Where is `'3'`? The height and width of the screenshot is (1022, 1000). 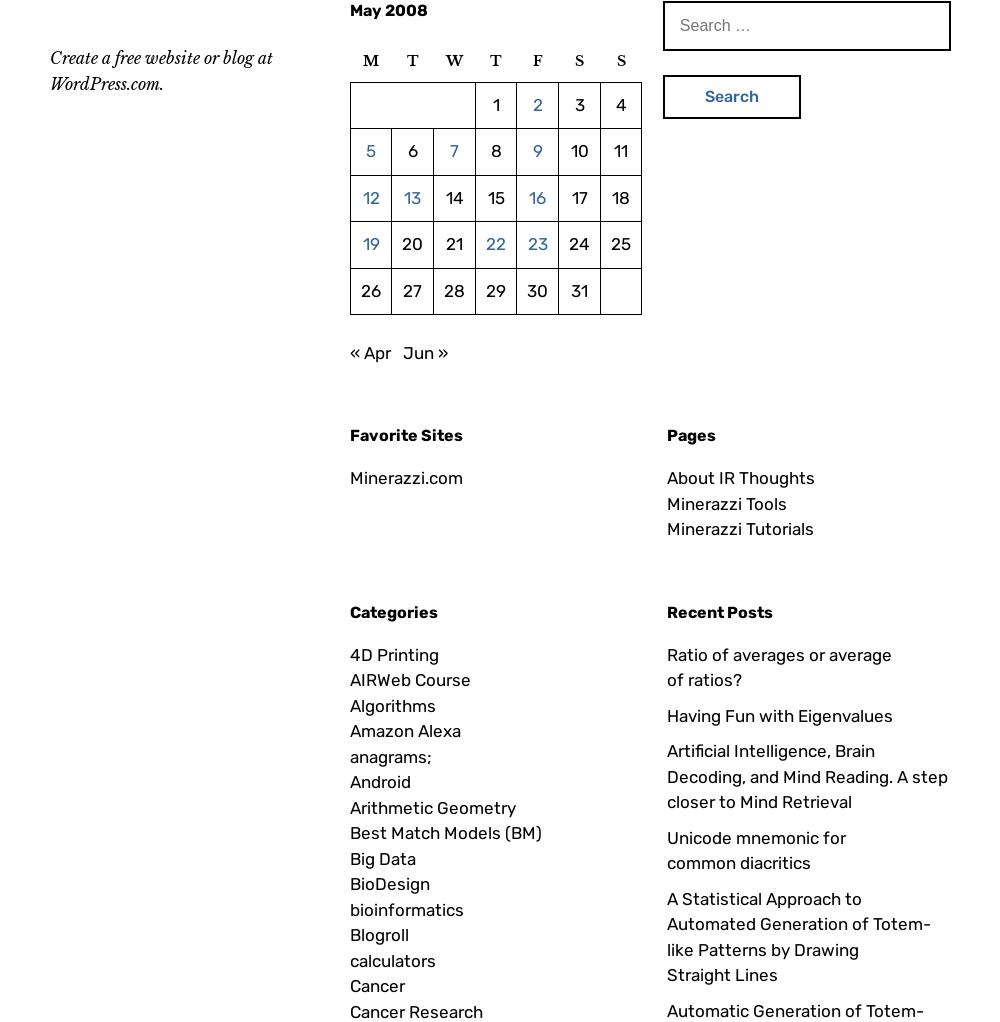 '3' is located at coordinates (578, 103).